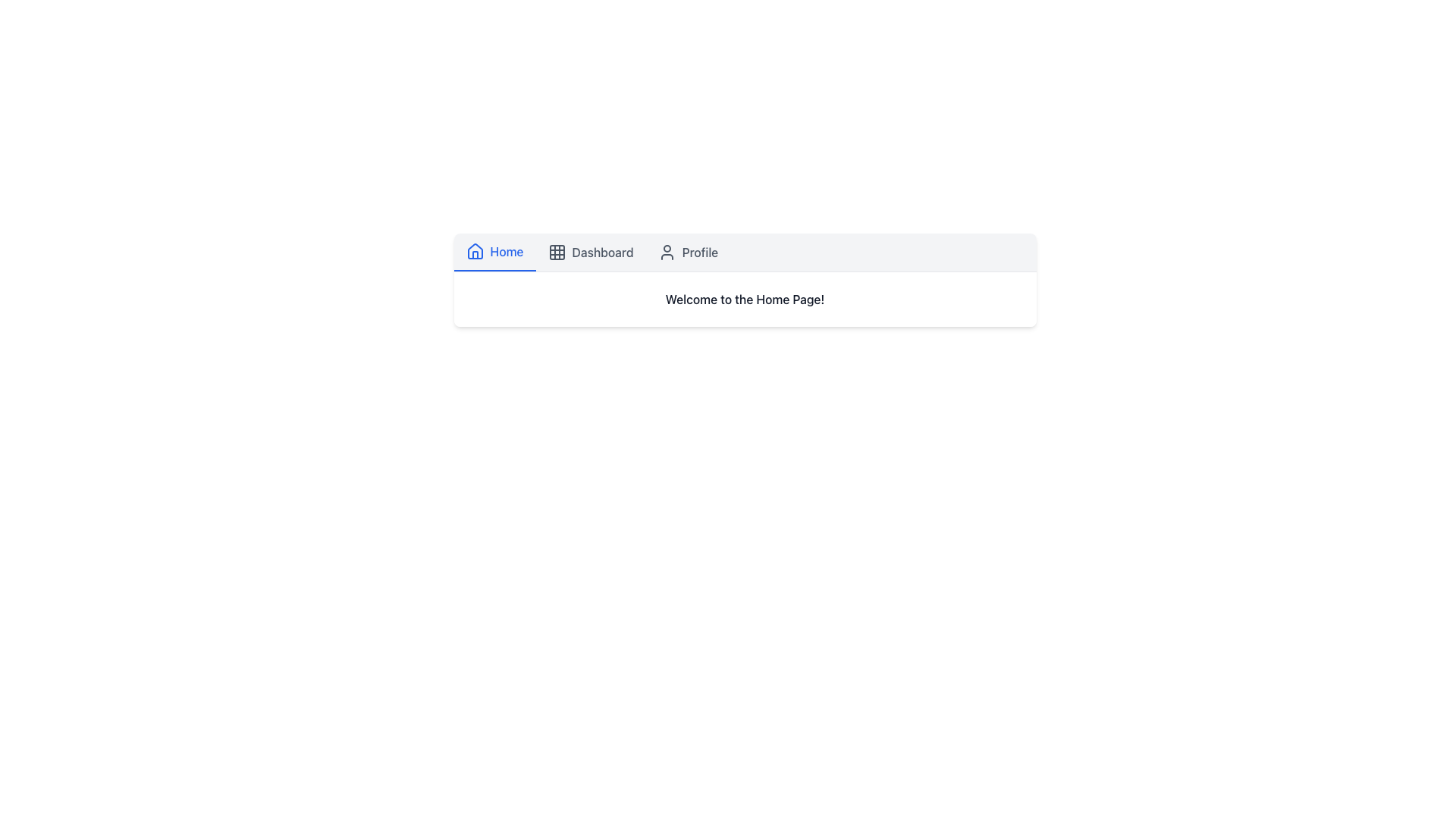  Describe the element at coordinates (589, 251) in the screenshot. I see `the 'Dashboard' hyperlink button with a grid icon` at that location.